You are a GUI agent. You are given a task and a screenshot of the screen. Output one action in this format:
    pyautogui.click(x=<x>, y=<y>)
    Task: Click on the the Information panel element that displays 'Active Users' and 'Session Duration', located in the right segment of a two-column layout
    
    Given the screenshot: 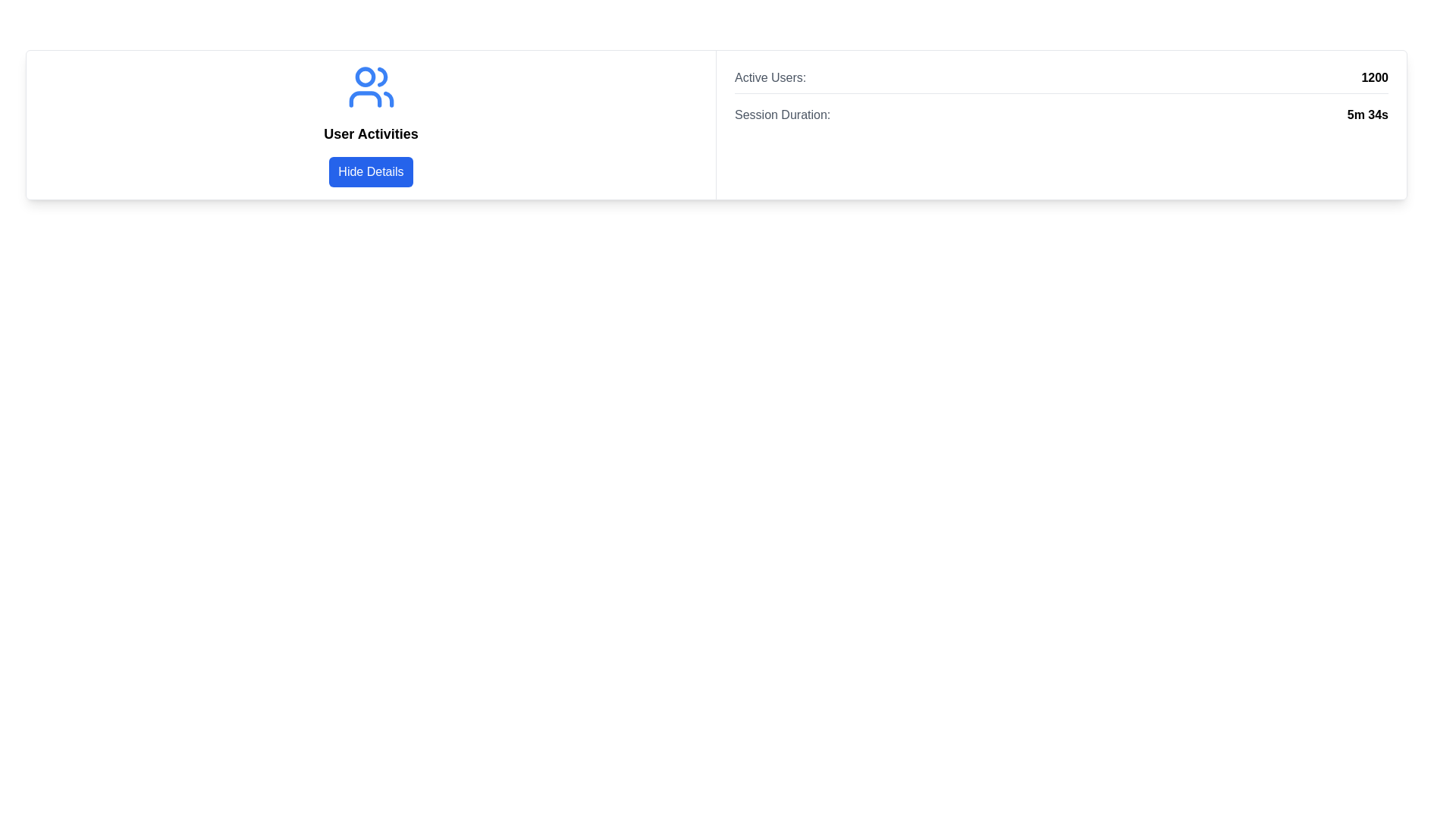 What is the action you would take?
    pyautogui.click(x=1061, y=96)
    